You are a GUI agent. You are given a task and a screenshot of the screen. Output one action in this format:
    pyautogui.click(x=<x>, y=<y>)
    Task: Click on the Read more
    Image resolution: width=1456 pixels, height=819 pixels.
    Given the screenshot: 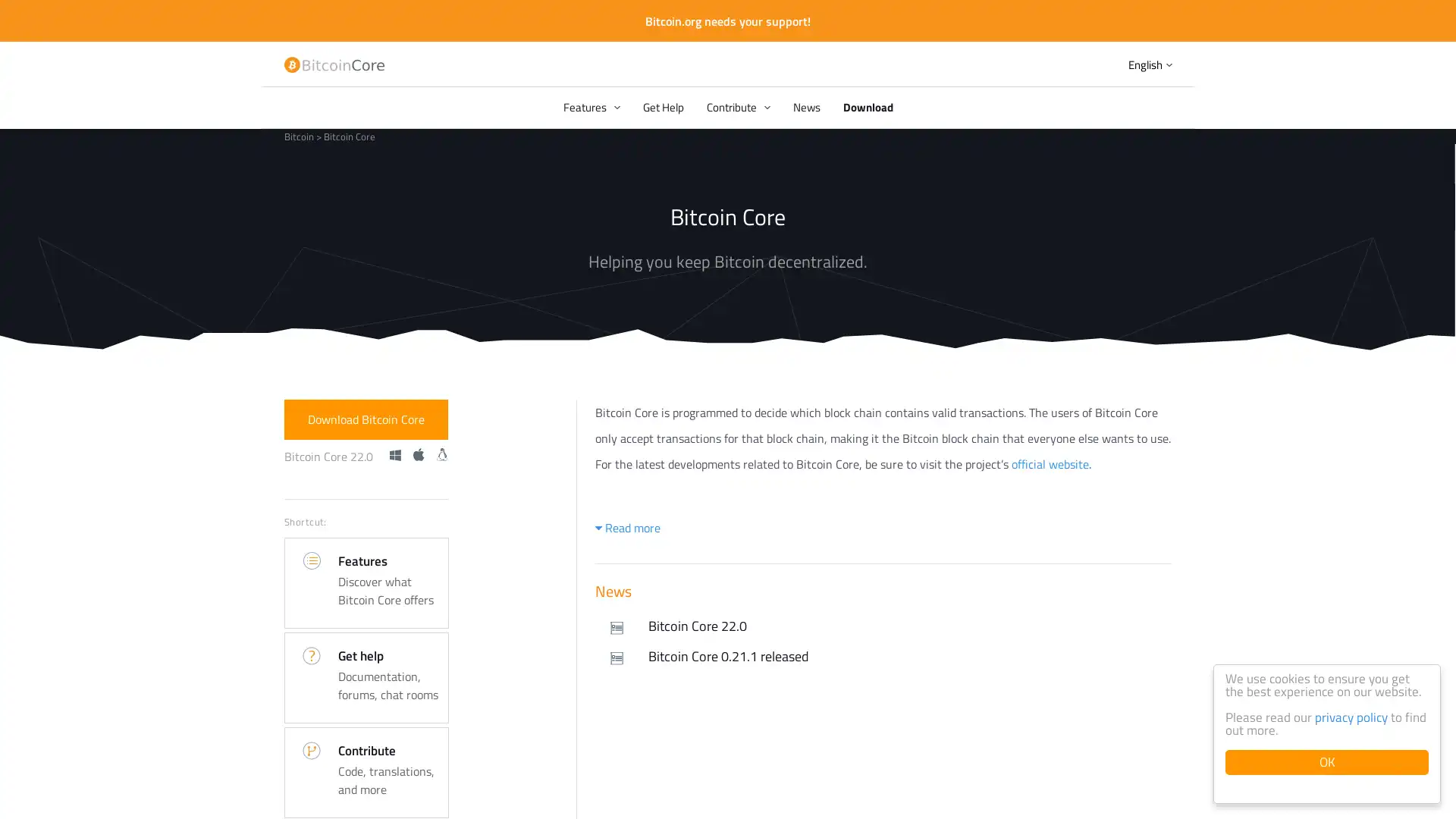 What is the action you would take?
    pyautogui.click(x=626, y=526)
    